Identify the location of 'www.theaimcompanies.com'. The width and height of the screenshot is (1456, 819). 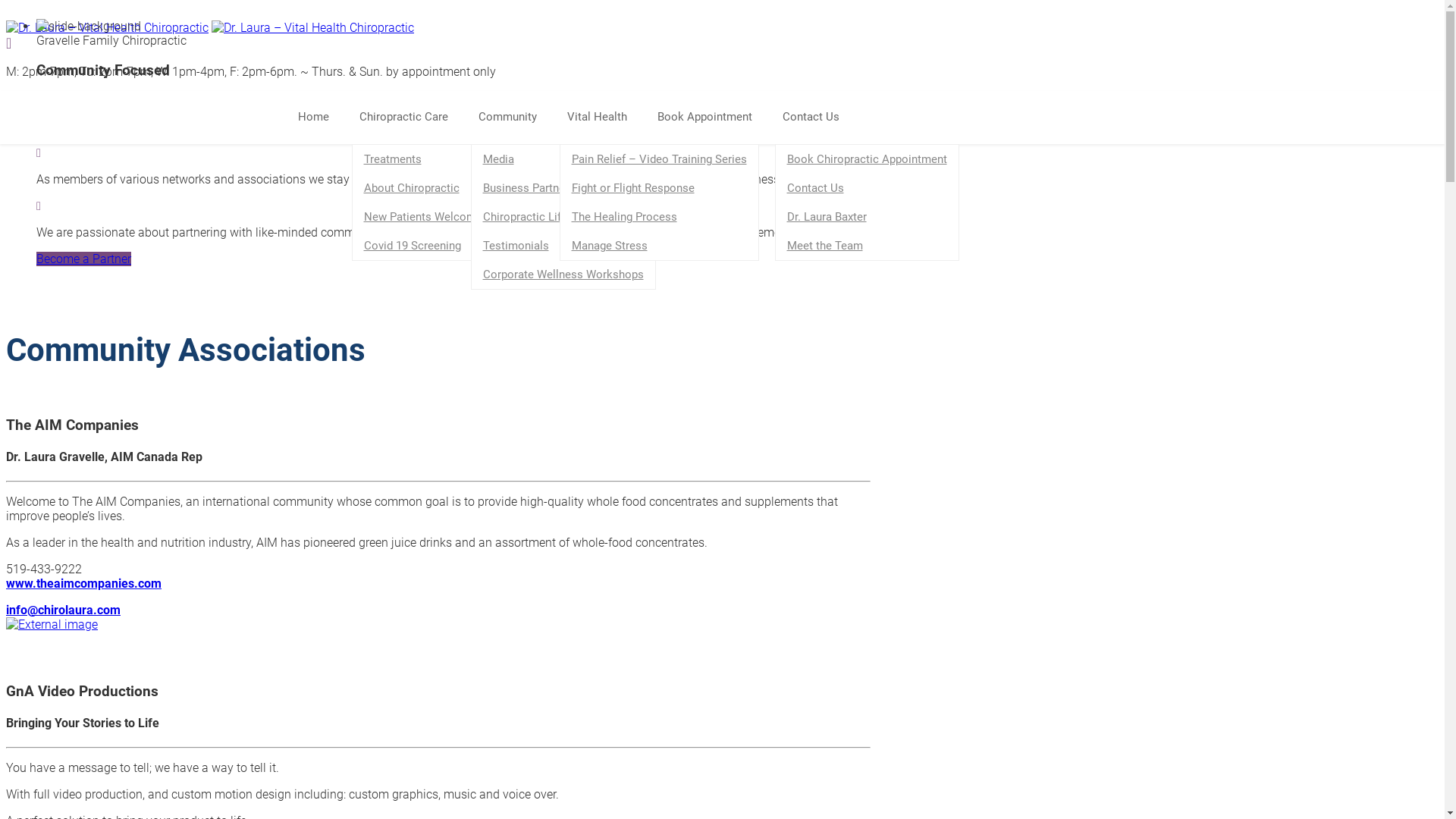
(83, 582).